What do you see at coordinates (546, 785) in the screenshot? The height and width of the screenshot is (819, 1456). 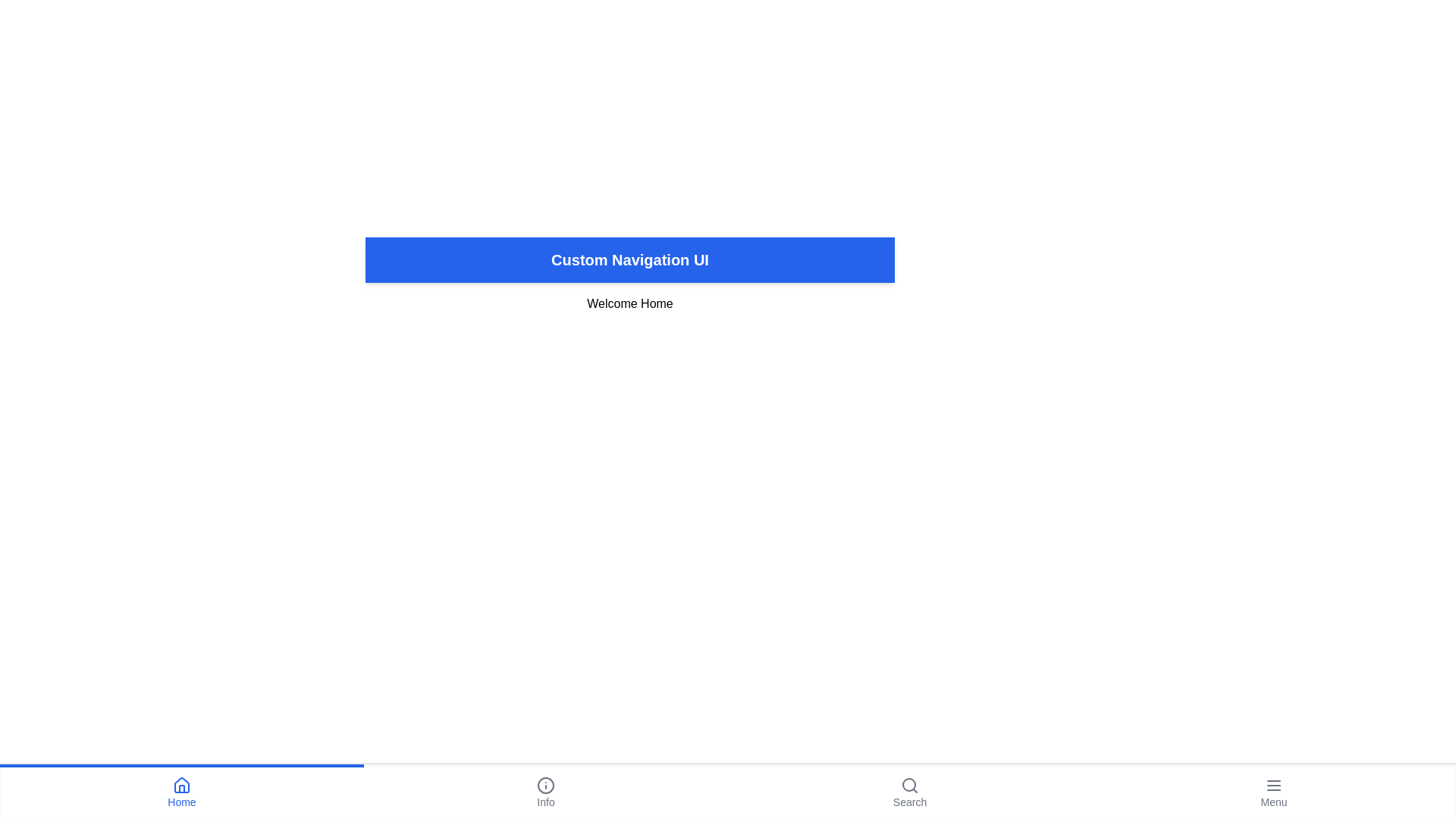 I see `the central navigational button labeled 'Info' in the bottom navigation bar` at bounding box center [546, 785].